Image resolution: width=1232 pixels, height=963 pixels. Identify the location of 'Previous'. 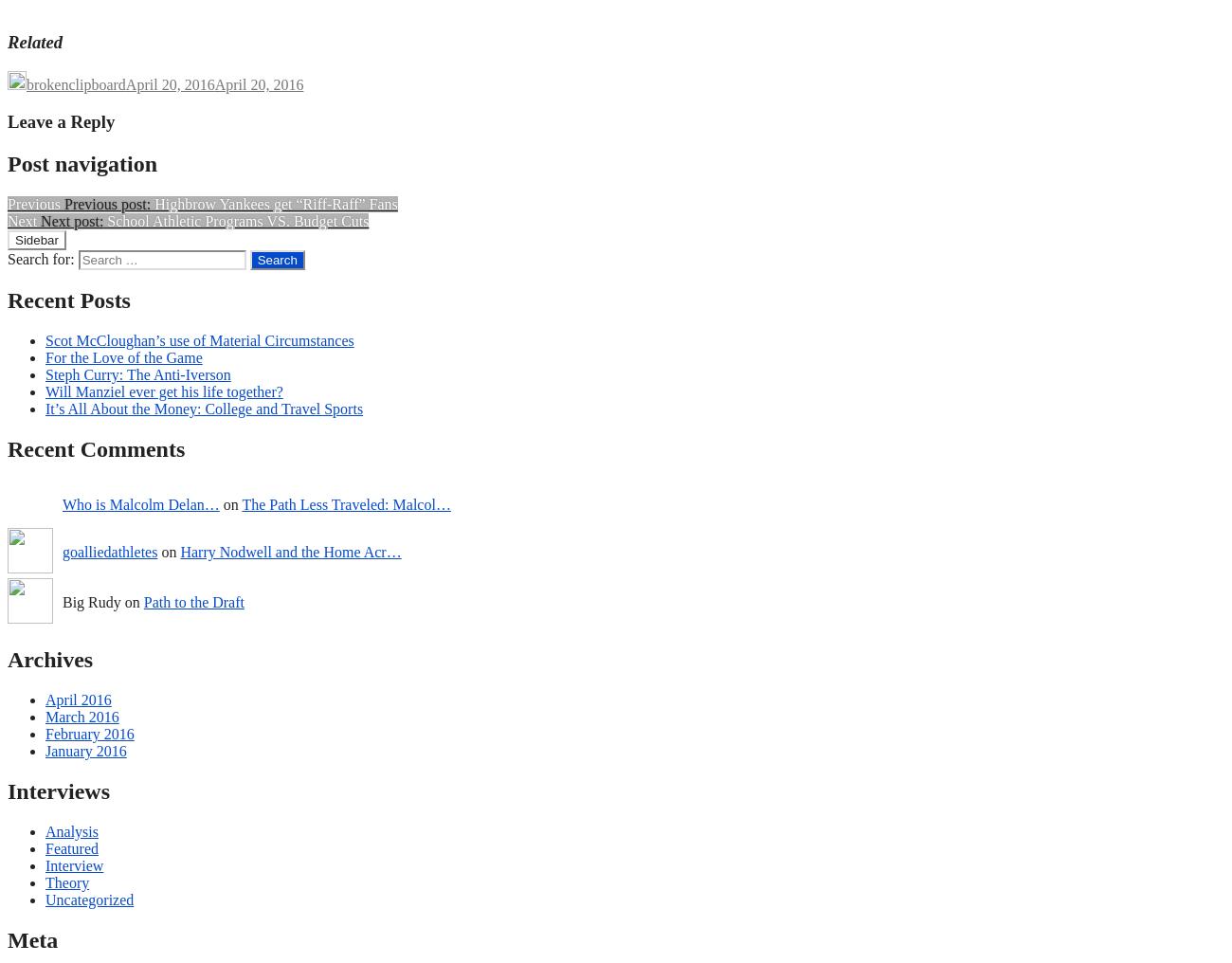
(33, 203).